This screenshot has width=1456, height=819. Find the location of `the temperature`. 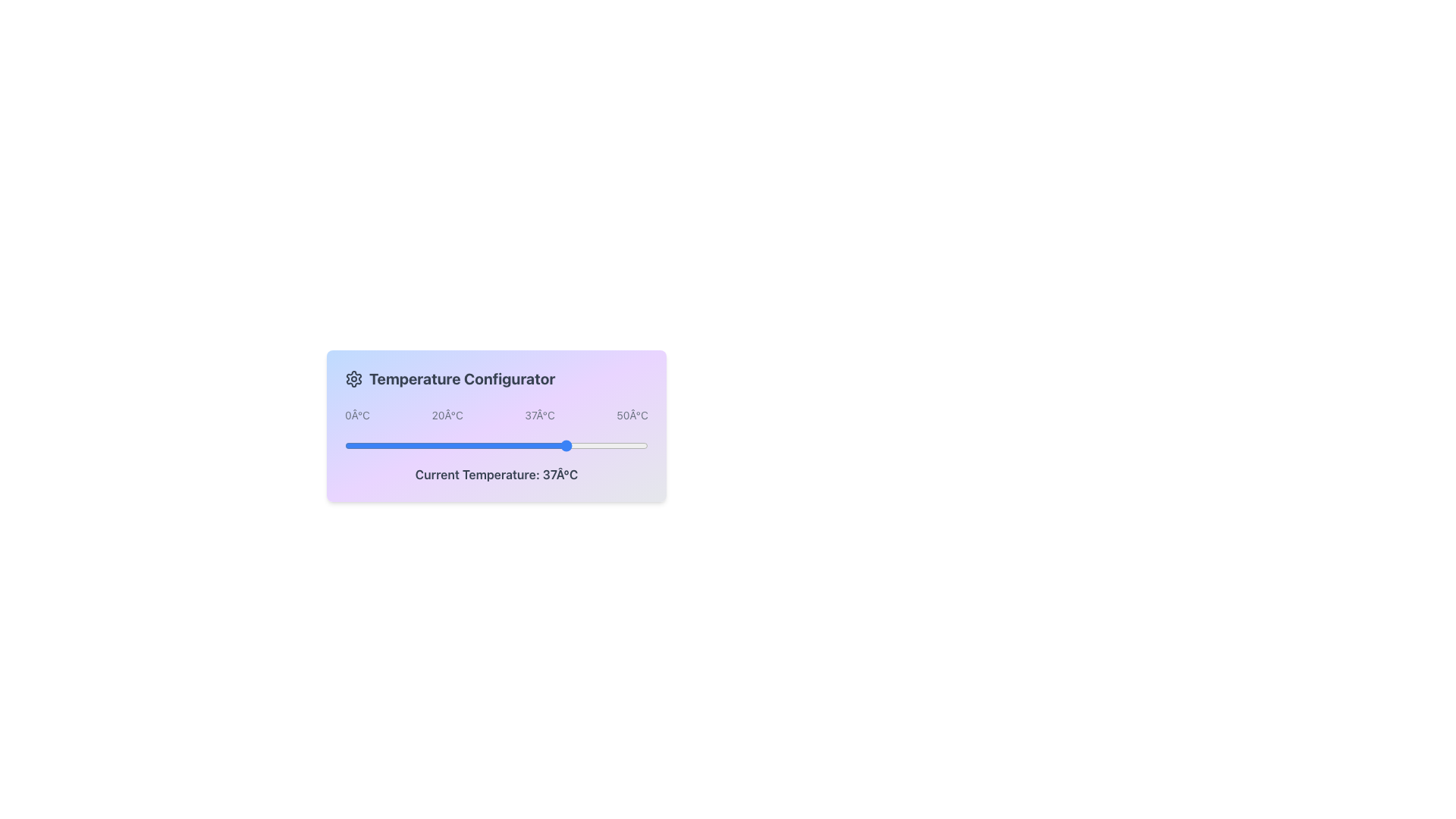

the temperature is located at coordinates (465, 444).